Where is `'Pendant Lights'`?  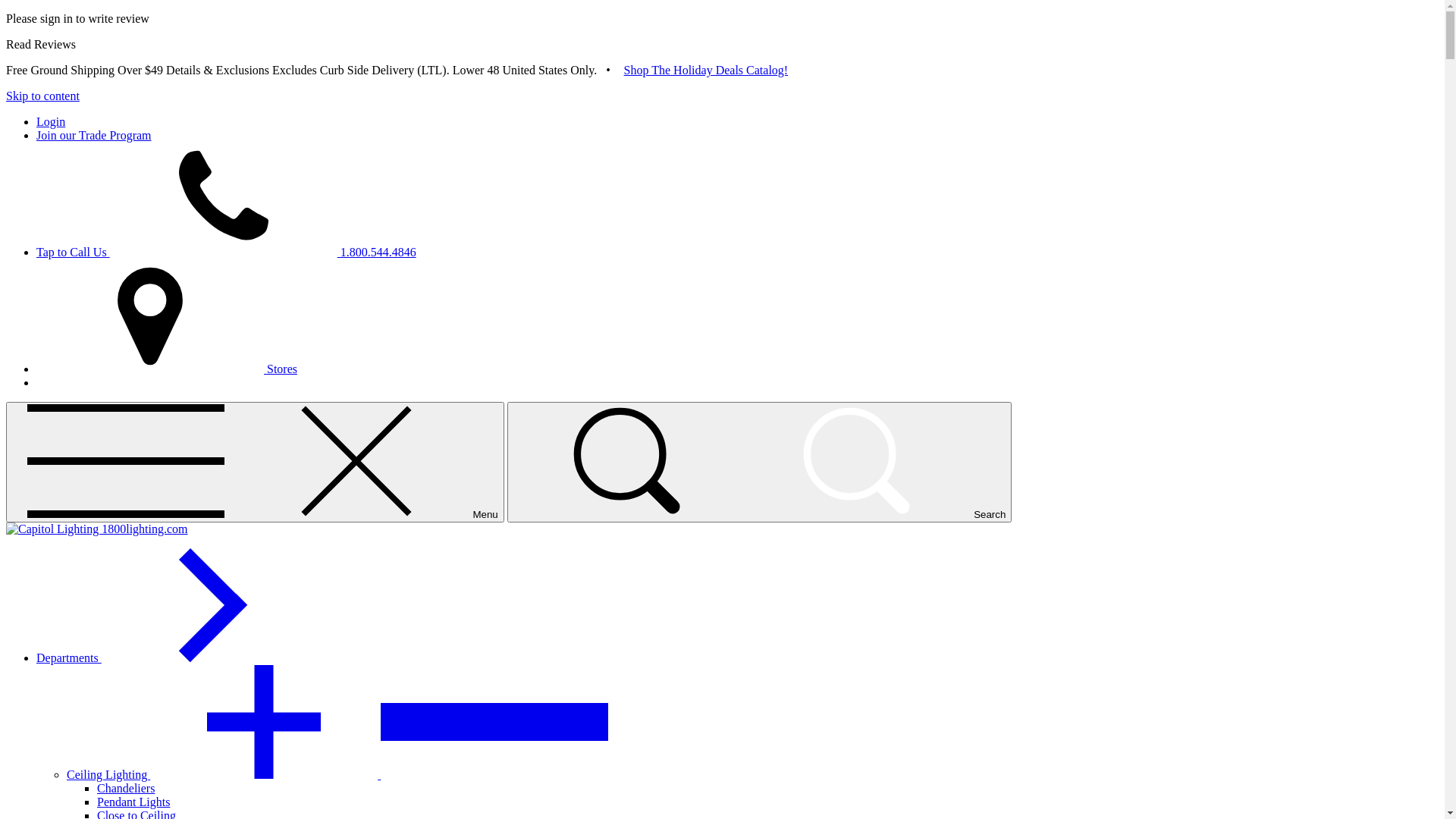 'Pendant Lights' is located at coordinates (133, 801).